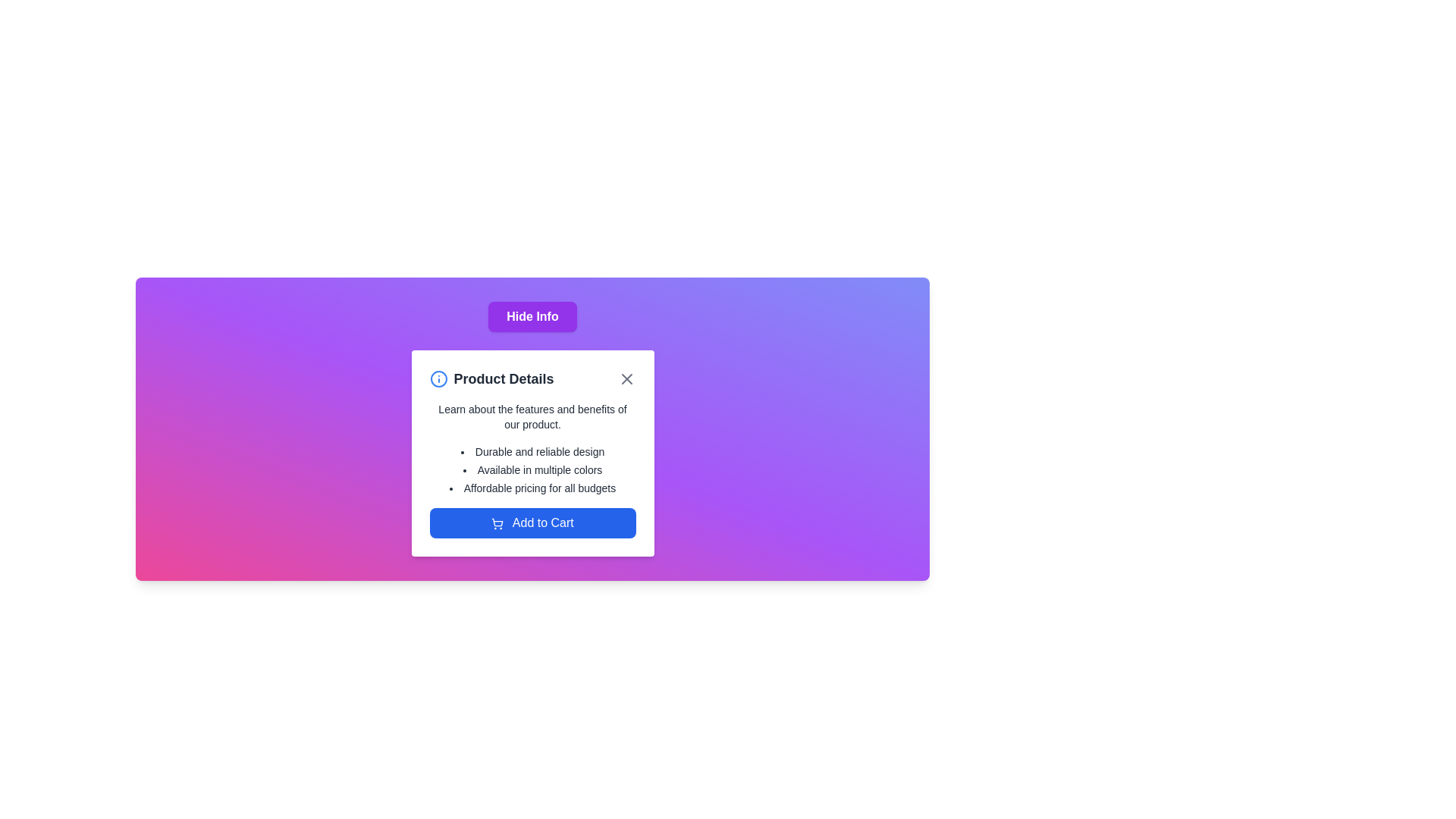 The height and width of the screenshot is (819, 1456). What do you see at coordinates (532, 469) in the screenshot?
I see `the text 'Available in multiple colors' which is the second item in a bulleted list inside the 'Product Details' dialogue box` at bounding box center [532, 469].